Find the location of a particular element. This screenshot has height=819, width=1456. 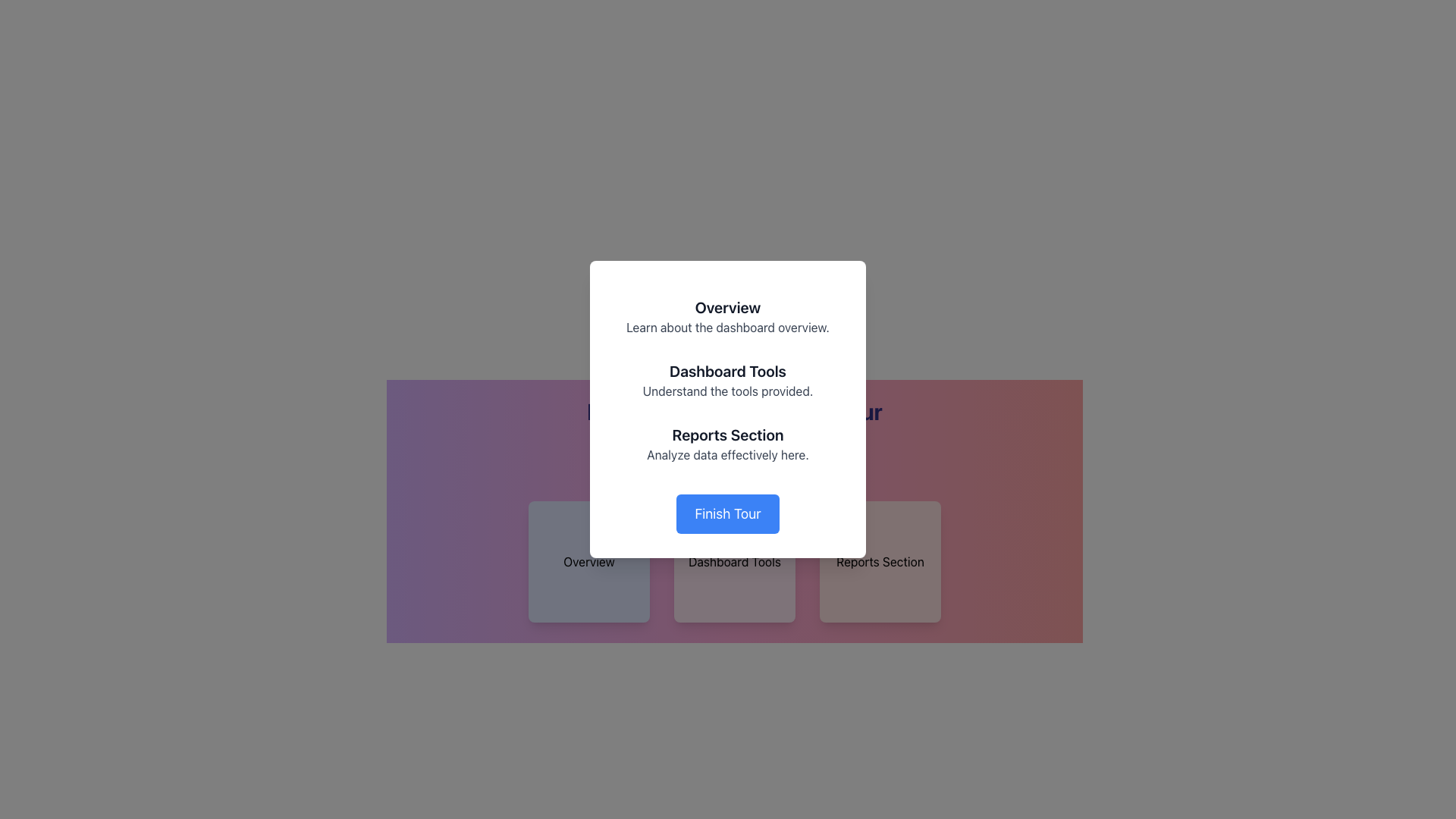

the prominent text label displaying 'Dashboard Tools', which is styled in large, bold, dark gray font and positioned at the top-center of a vertical list format is located at coordinates (728, 371).